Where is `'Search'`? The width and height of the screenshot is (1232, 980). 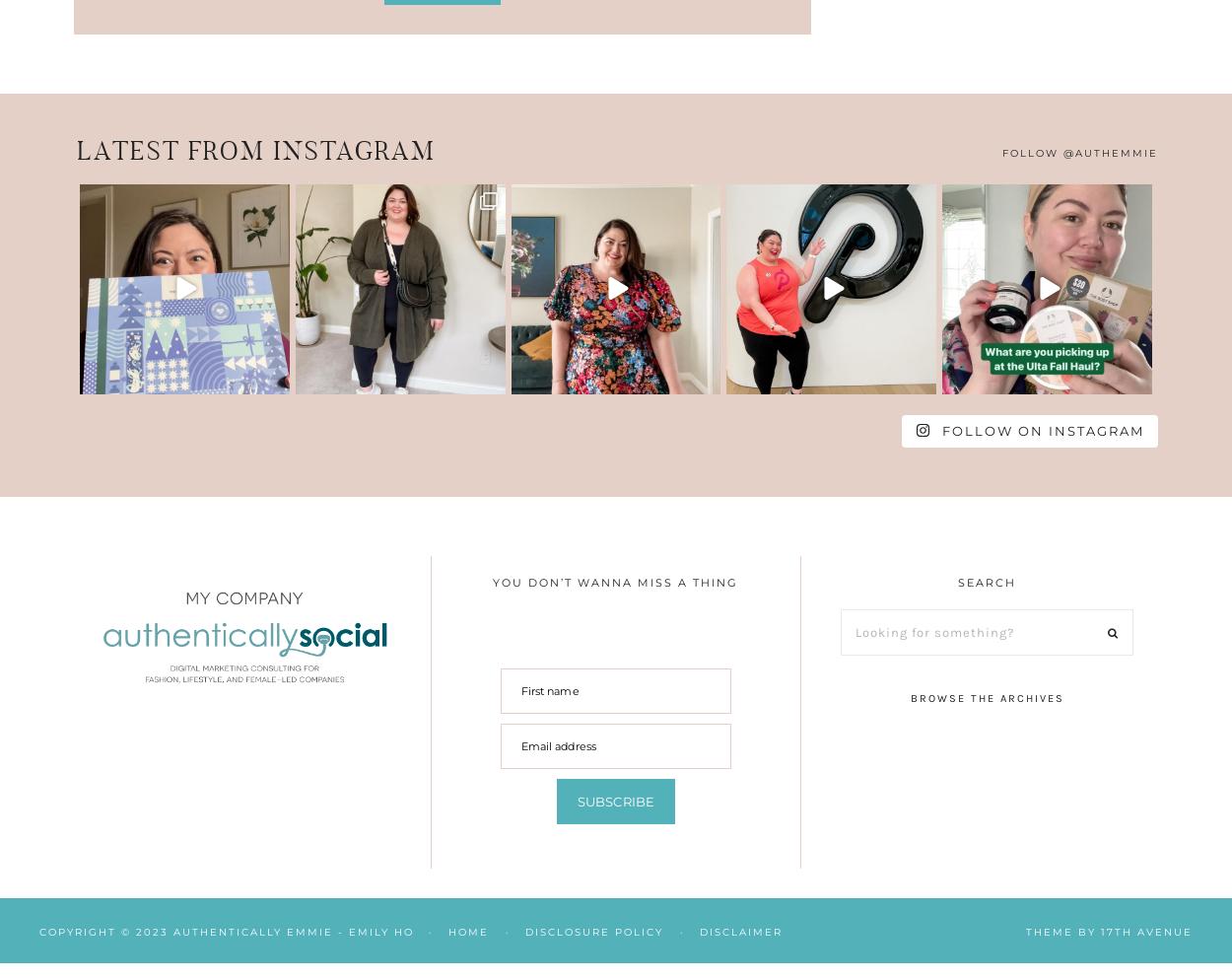 'Search' is located at coordinates (987, 583).